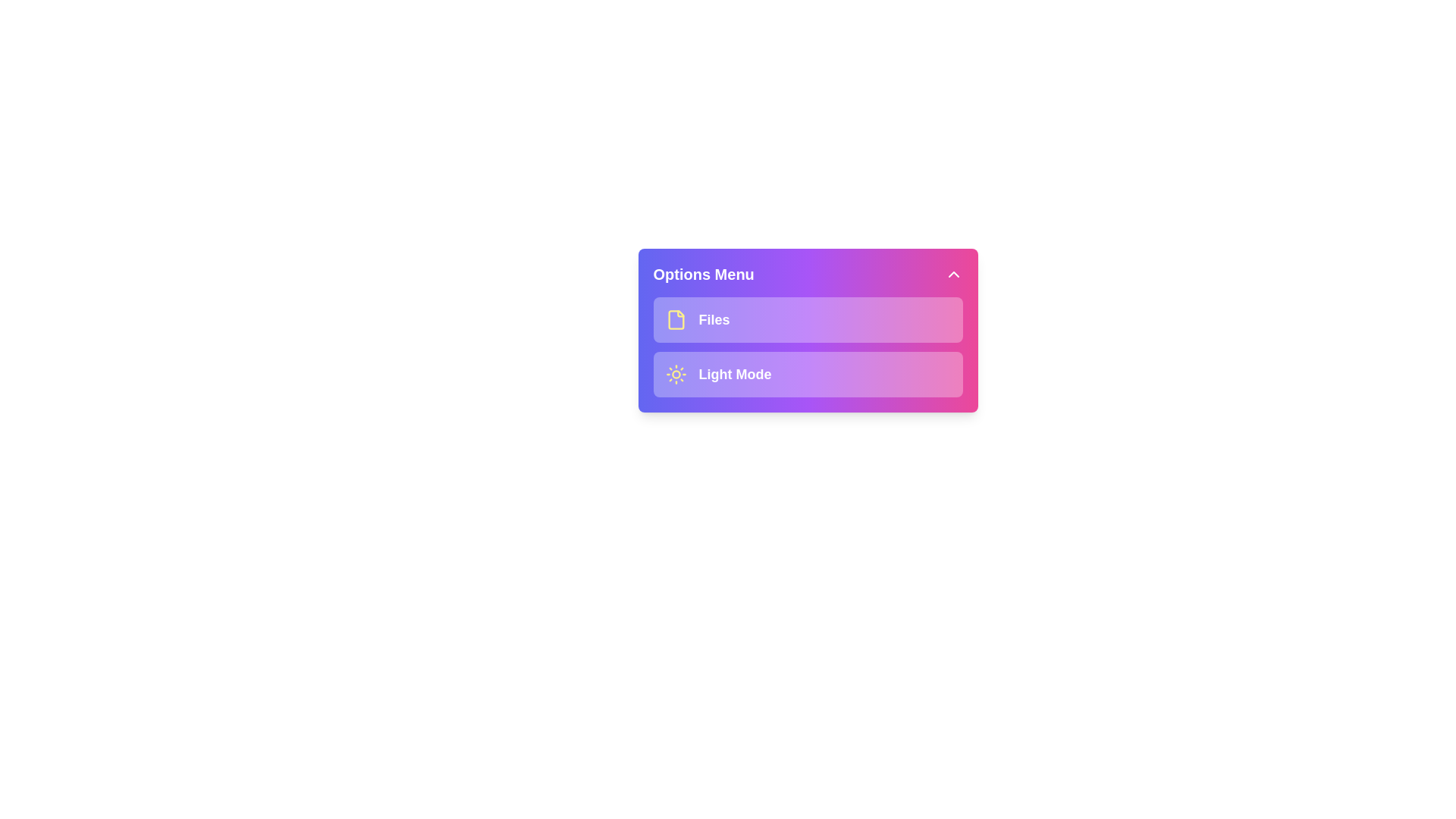  Describe the element at coordinates (952, 275) in the screenshot. I see `chevron button to toggle the menu's visibility` at that location.